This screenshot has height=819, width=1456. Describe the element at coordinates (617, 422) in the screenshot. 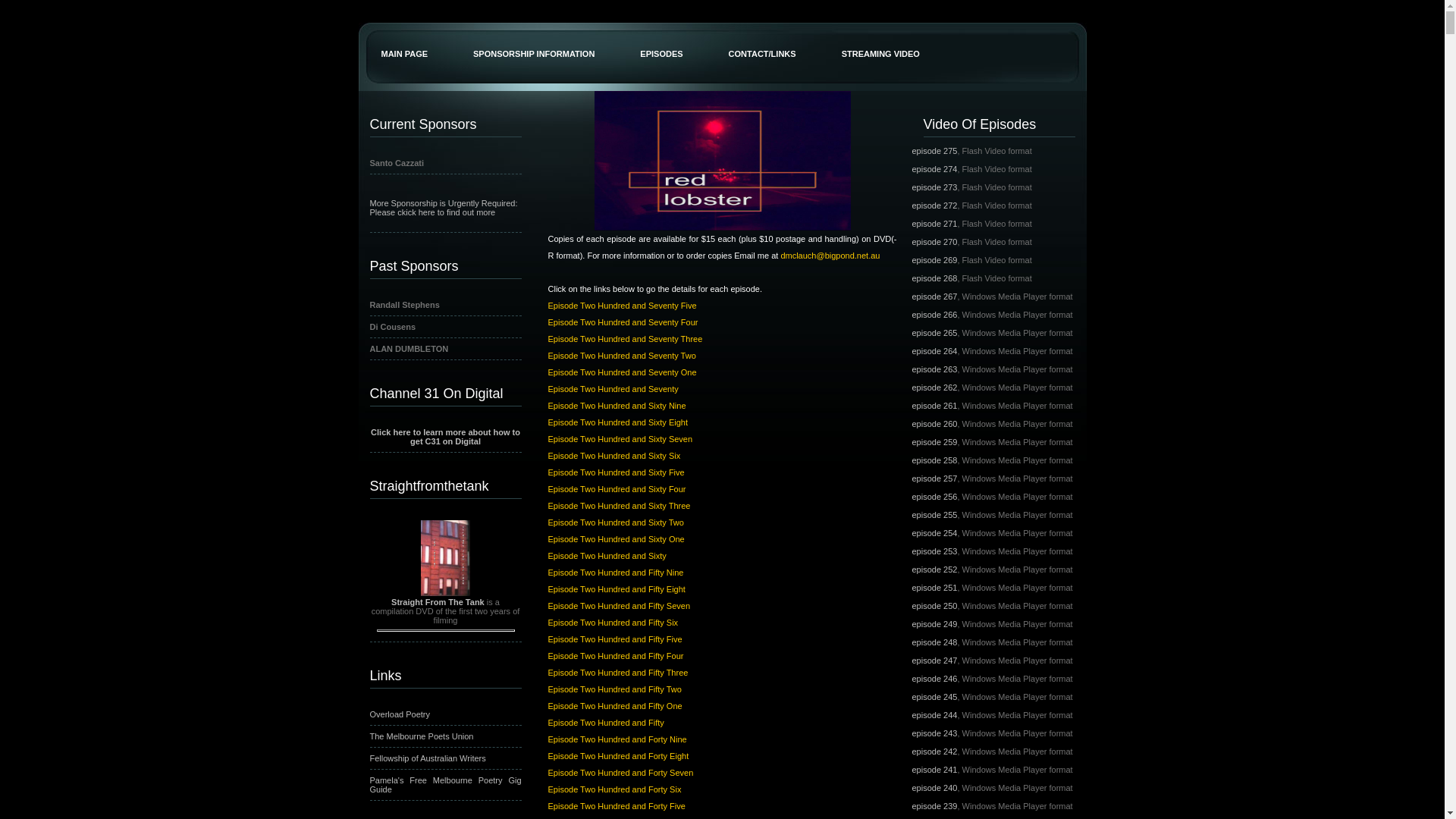

I see `'Episode Two Hundred and Sixty Eight'` at that location.